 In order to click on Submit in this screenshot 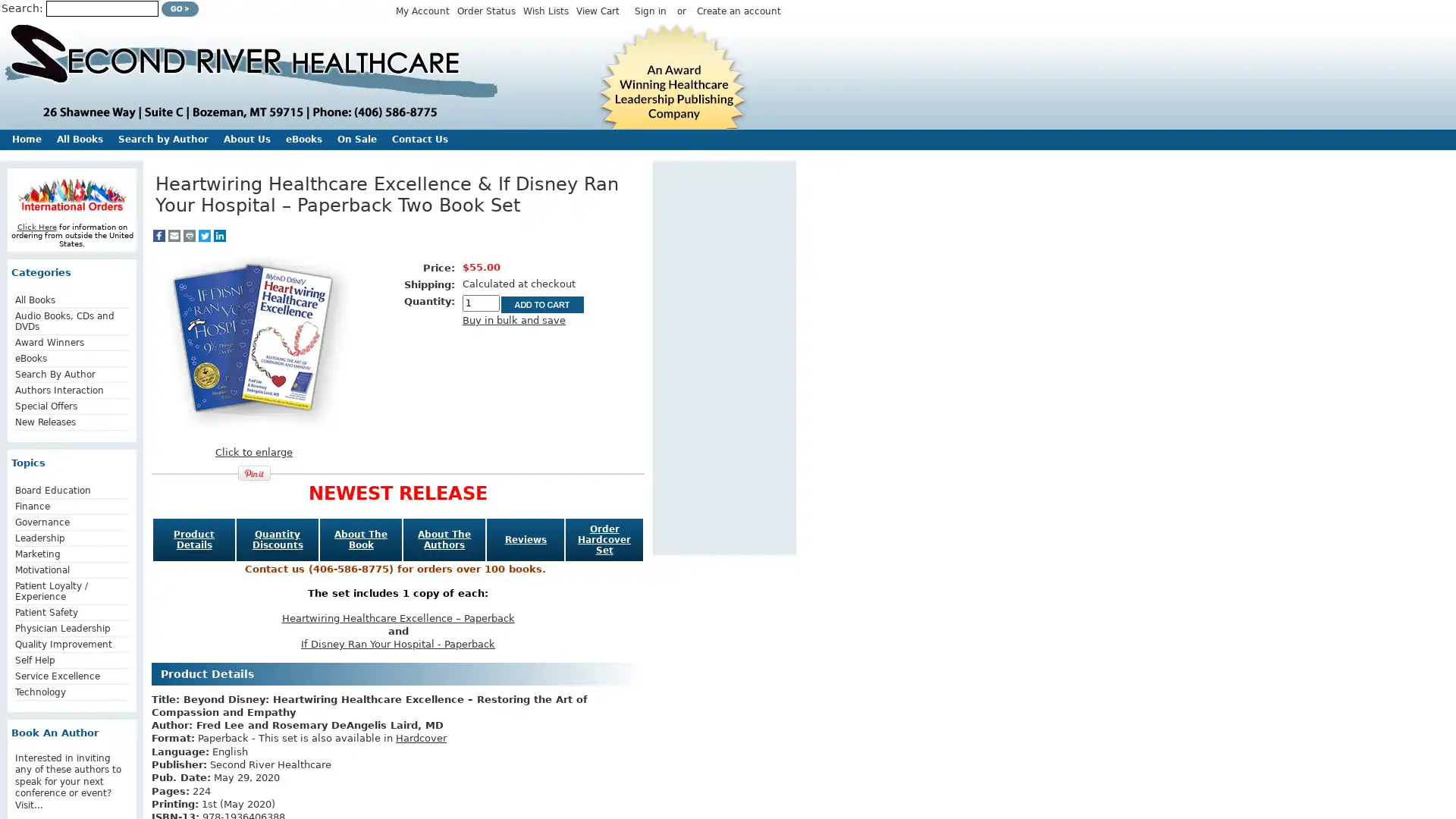, I will do `click(180, 8)`.